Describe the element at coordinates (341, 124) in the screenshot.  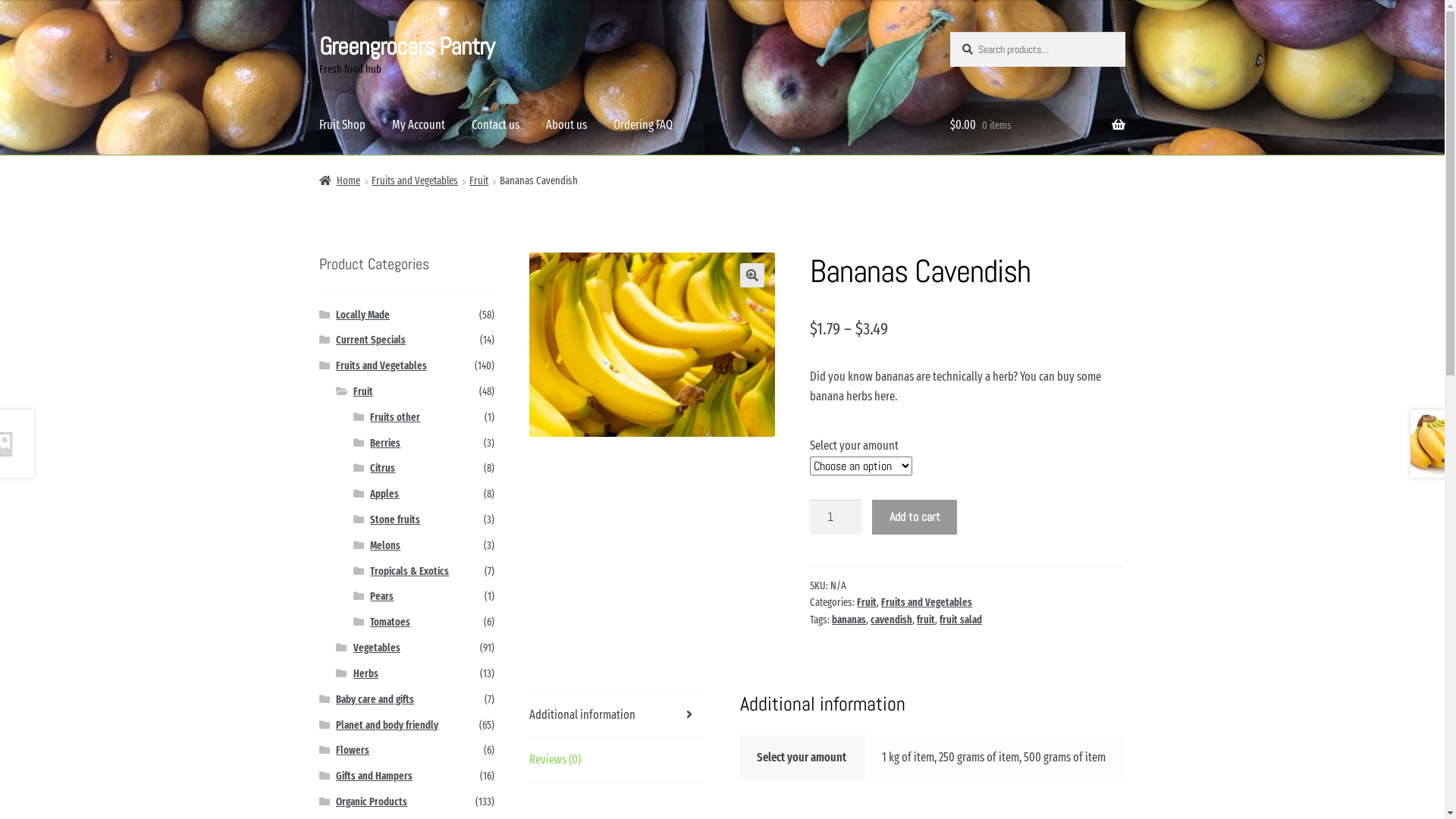
I see `'Fruit Shop'` at that location.